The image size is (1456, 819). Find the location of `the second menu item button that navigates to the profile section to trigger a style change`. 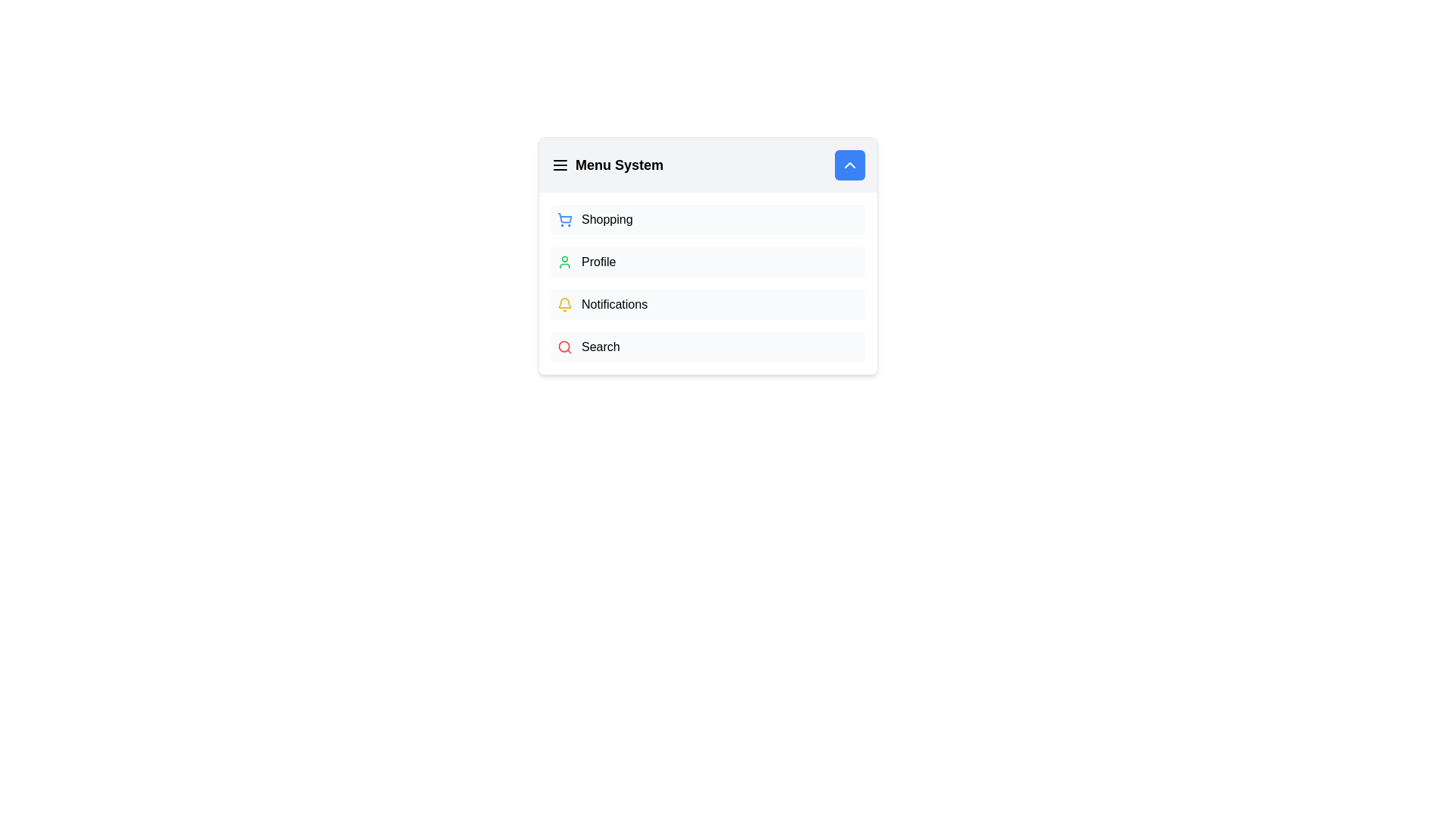

the second menu item button that navigates to the profile section to trigger a style change is located at coordinates (708, 262).